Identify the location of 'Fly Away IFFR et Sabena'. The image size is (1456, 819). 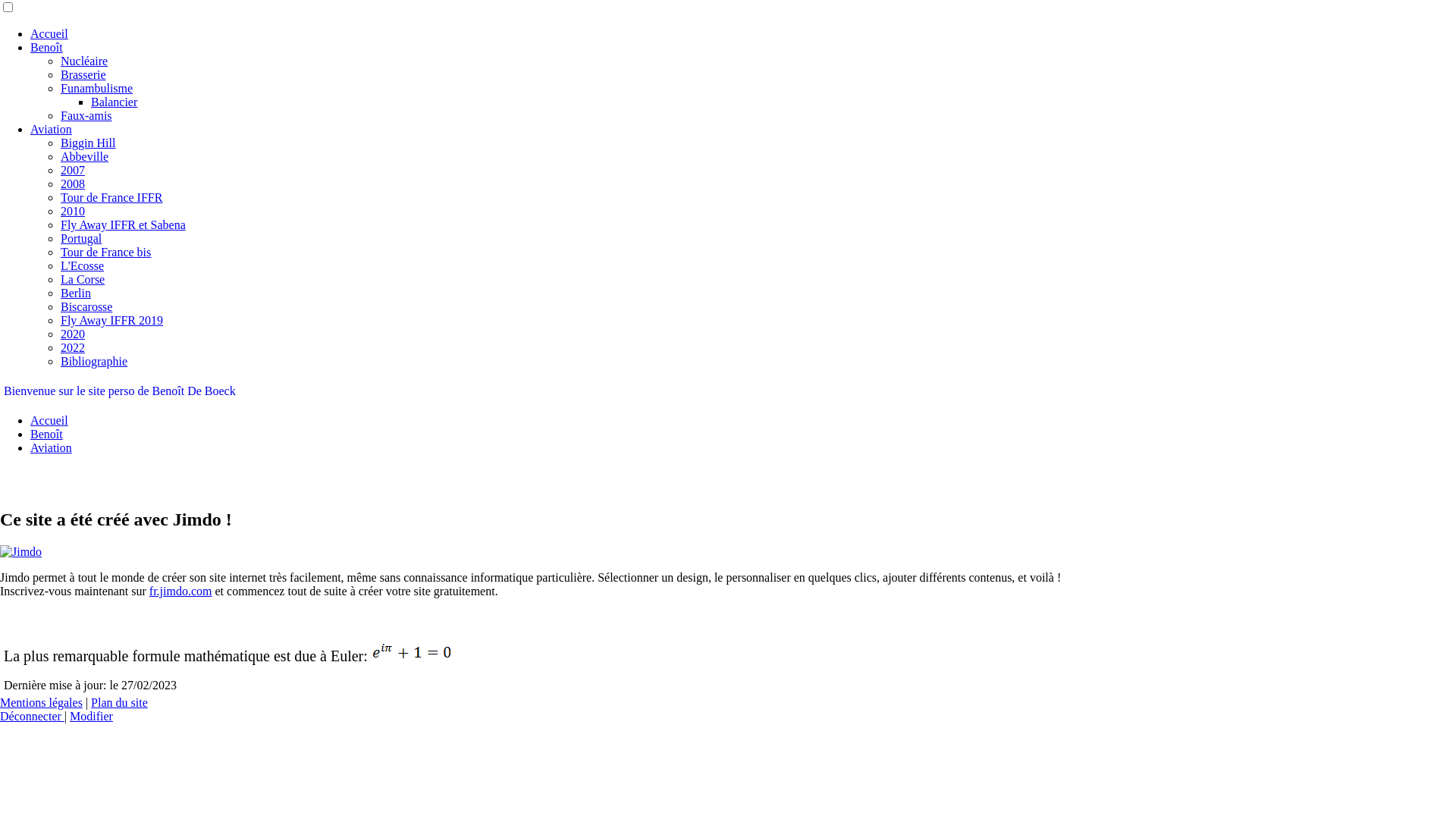
(61, 224).